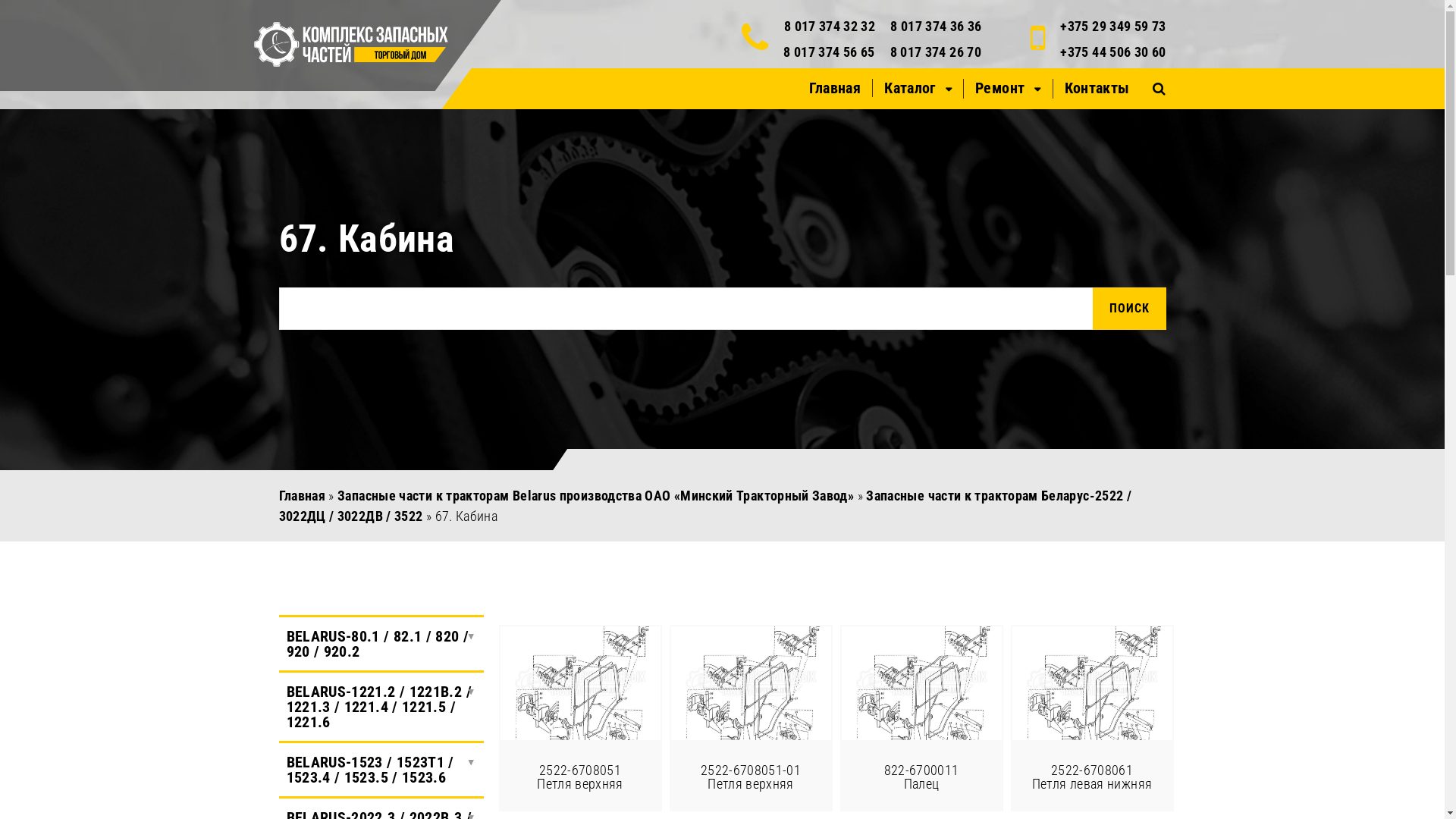 The width and height of the screenshot is (1456, 819). Describe the element at coordinates (381, 707) in the screenshot. I see `'BELARUS-1221.2 / 1221B.2 / 1221.3 / 1221.4 / 1221.5 / 1221.6'` at that location.